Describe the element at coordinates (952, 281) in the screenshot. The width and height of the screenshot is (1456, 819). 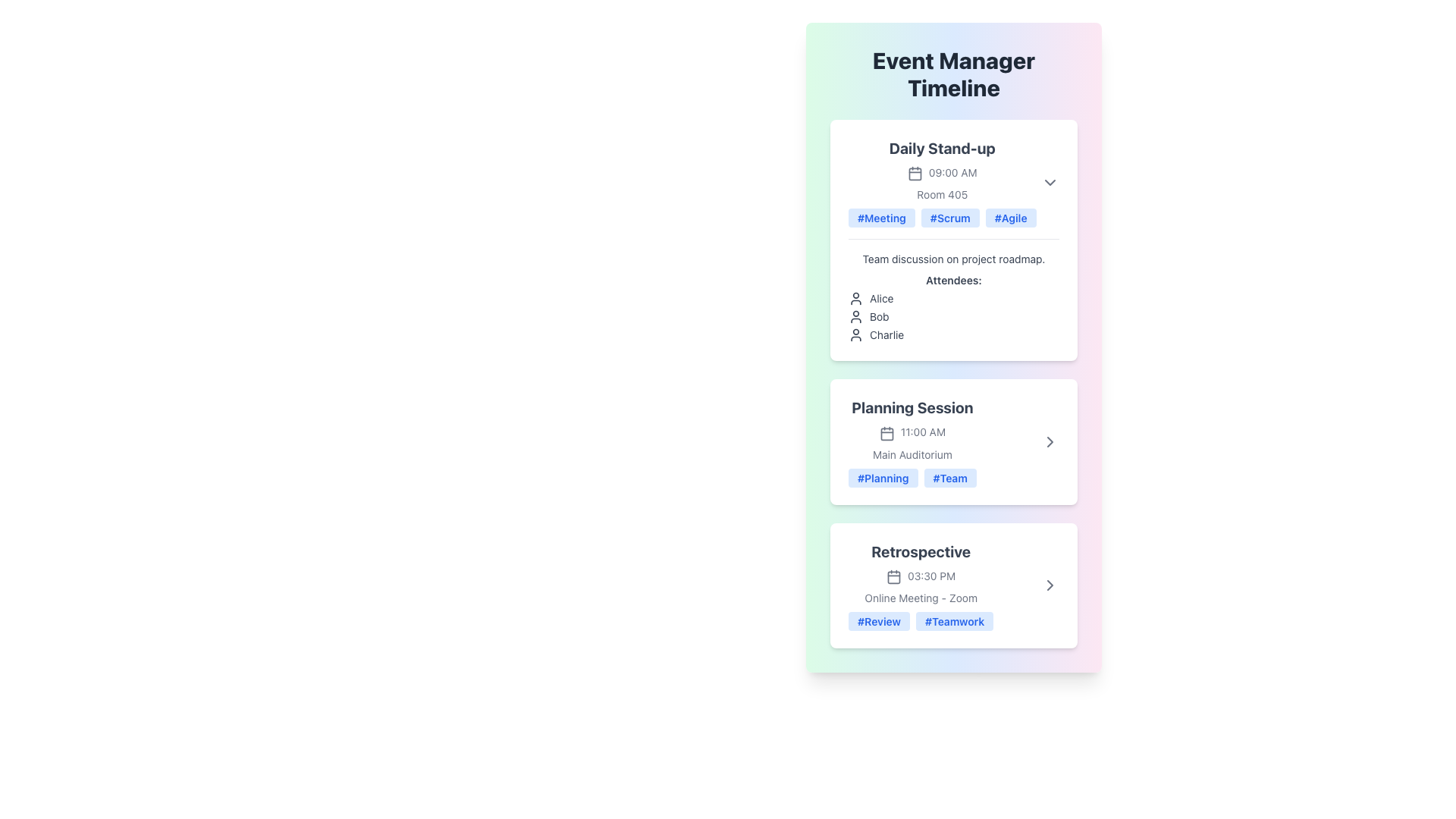
I see `the text label that serves as a heading for the list of attendees in the 'Daily Stand-up' event card, located below the description 'Team discussion on project roadmap.'` at that location.